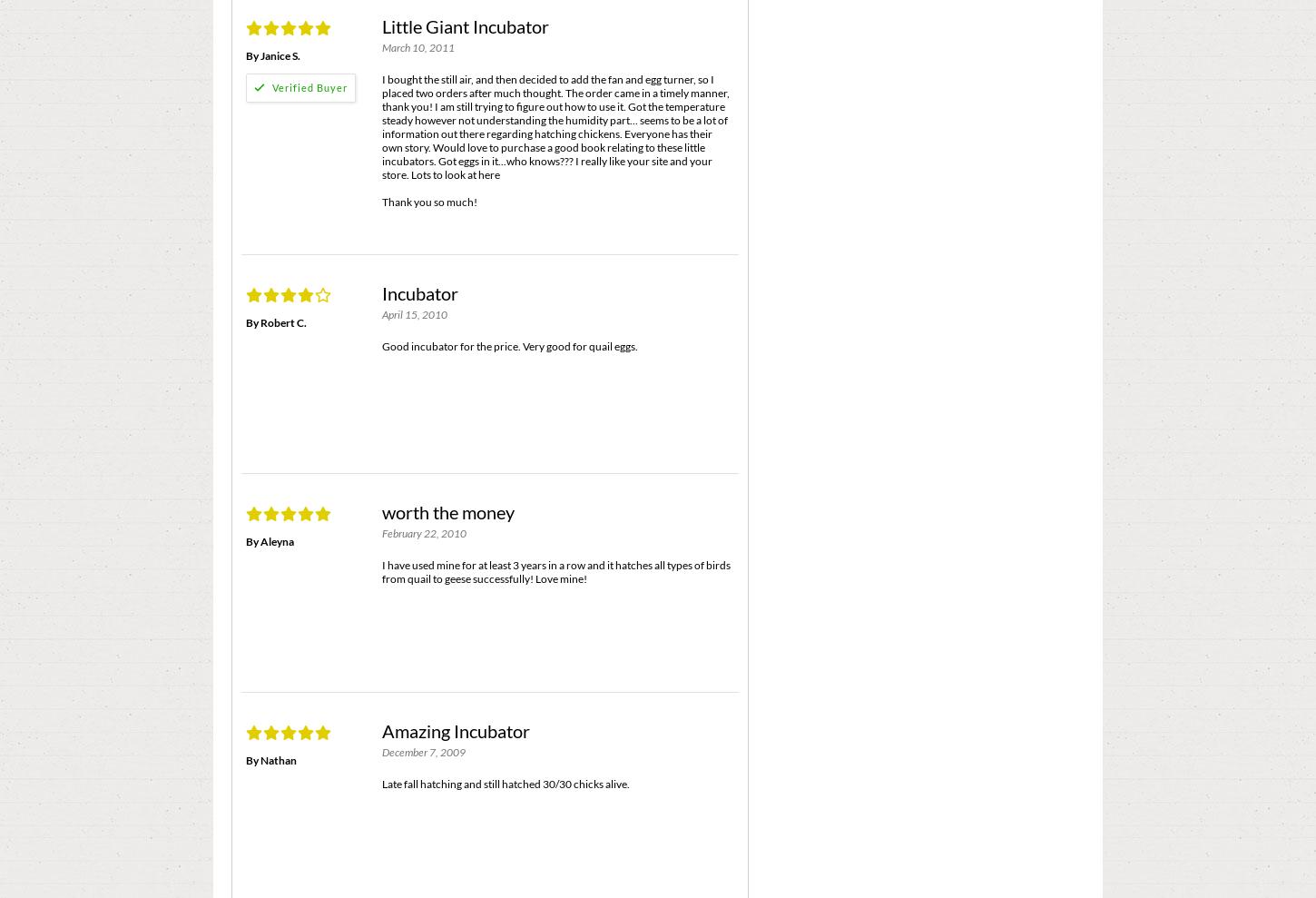 This screenshot has height=898, width=1316. Describe the element at coordinates (414, 313) in the screenshot. I see `'April 15, 2010'` at that location.